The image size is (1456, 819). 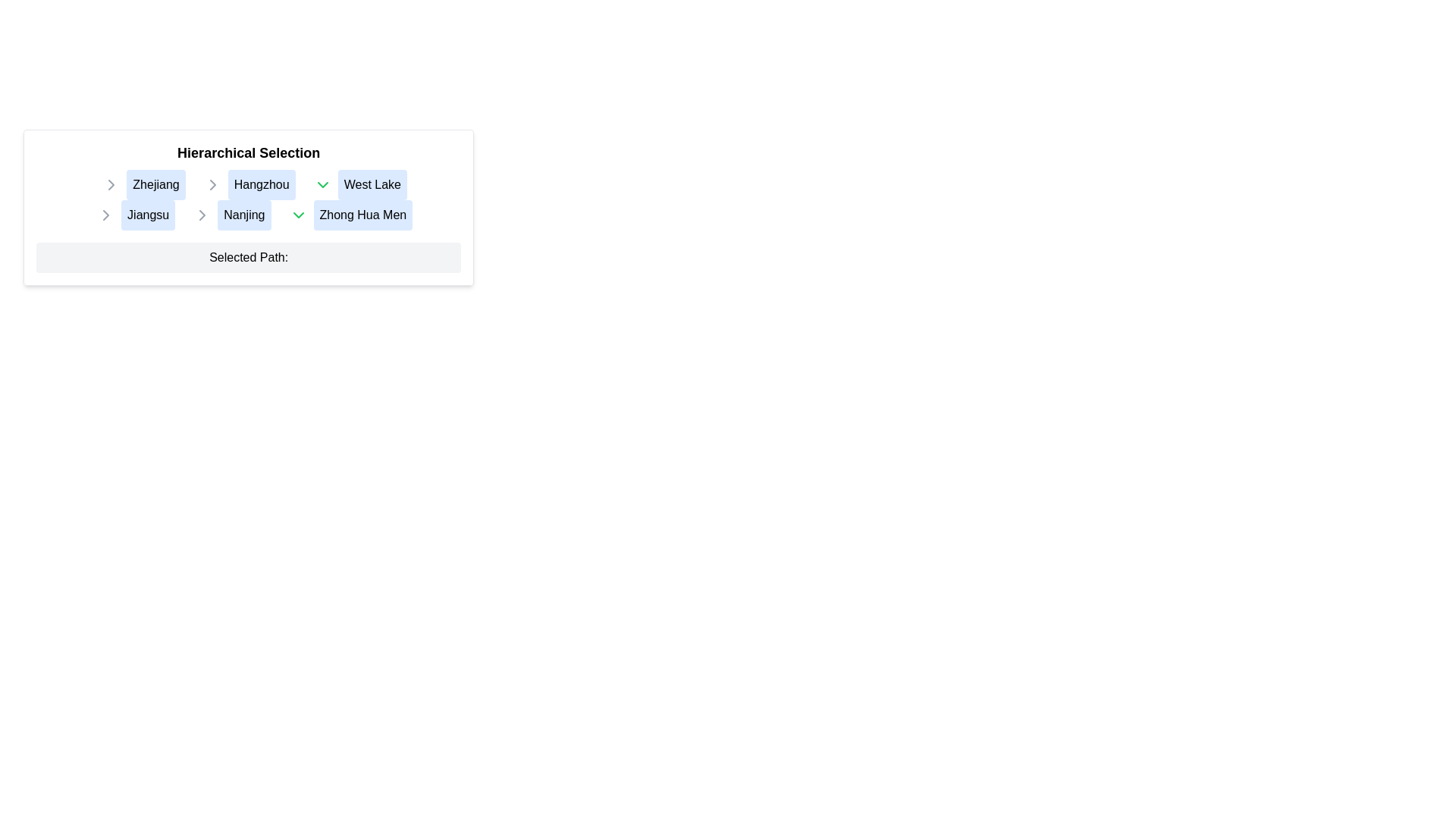 I want to click on the chevron icon located to the right of the 'Zhejiang' label, which indicates the navigation to 'Hangzhou', so click(x=111, y=184).